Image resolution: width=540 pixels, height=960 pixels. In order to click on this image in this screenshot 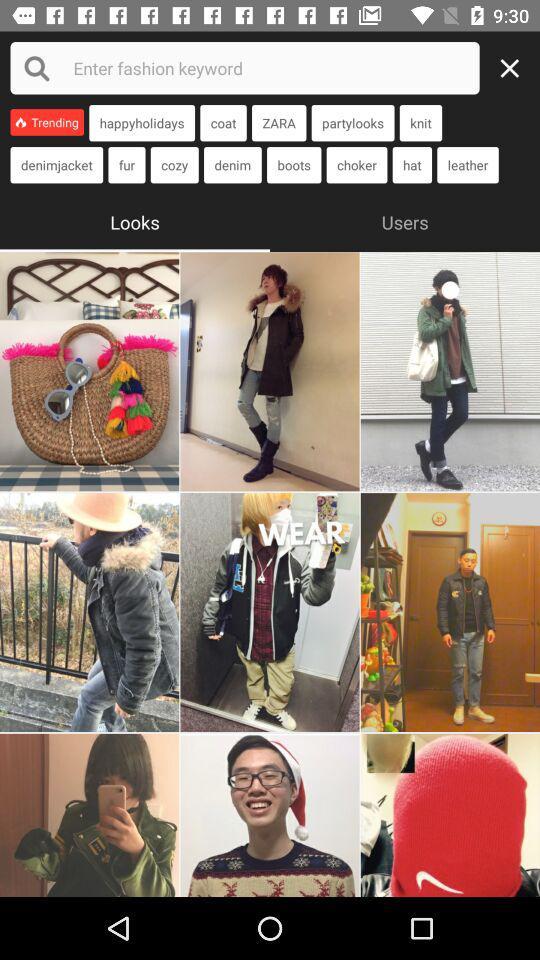, I will do `click(88, 611)`.